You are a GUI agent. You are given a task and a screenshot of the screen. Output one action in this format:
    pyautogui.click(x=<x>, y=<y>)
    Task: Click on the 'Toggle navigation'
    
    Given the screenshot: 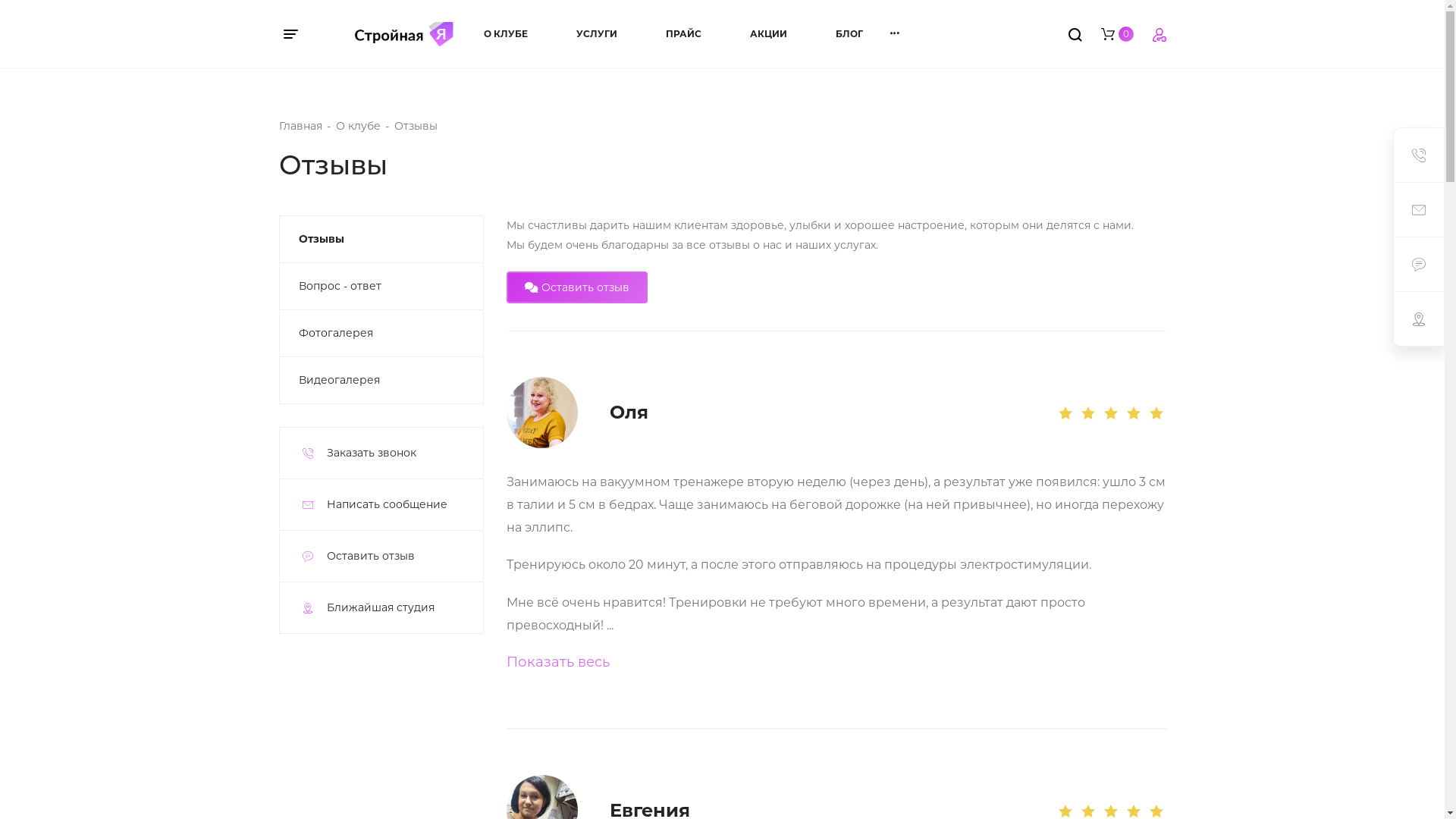 What is the action you would take?
    pyautogui.click(x=298, y=34)
    